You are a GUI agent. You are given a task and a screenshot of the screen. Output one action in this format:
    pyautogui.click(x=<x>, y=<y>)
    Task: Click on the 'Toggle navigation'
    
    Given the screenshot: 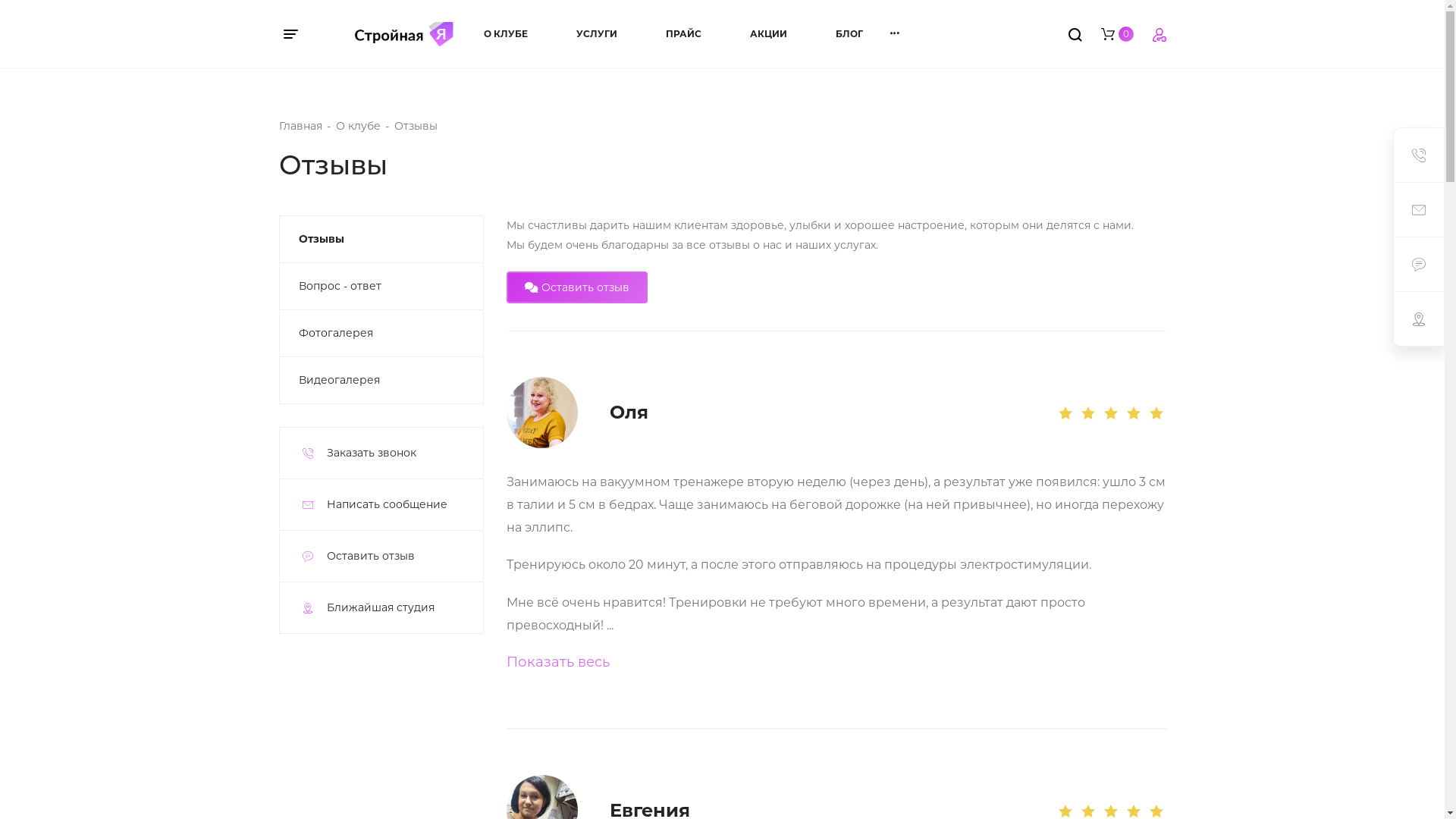 What is the action you would take?
    pyautogui.click(x=298, y=34)
    